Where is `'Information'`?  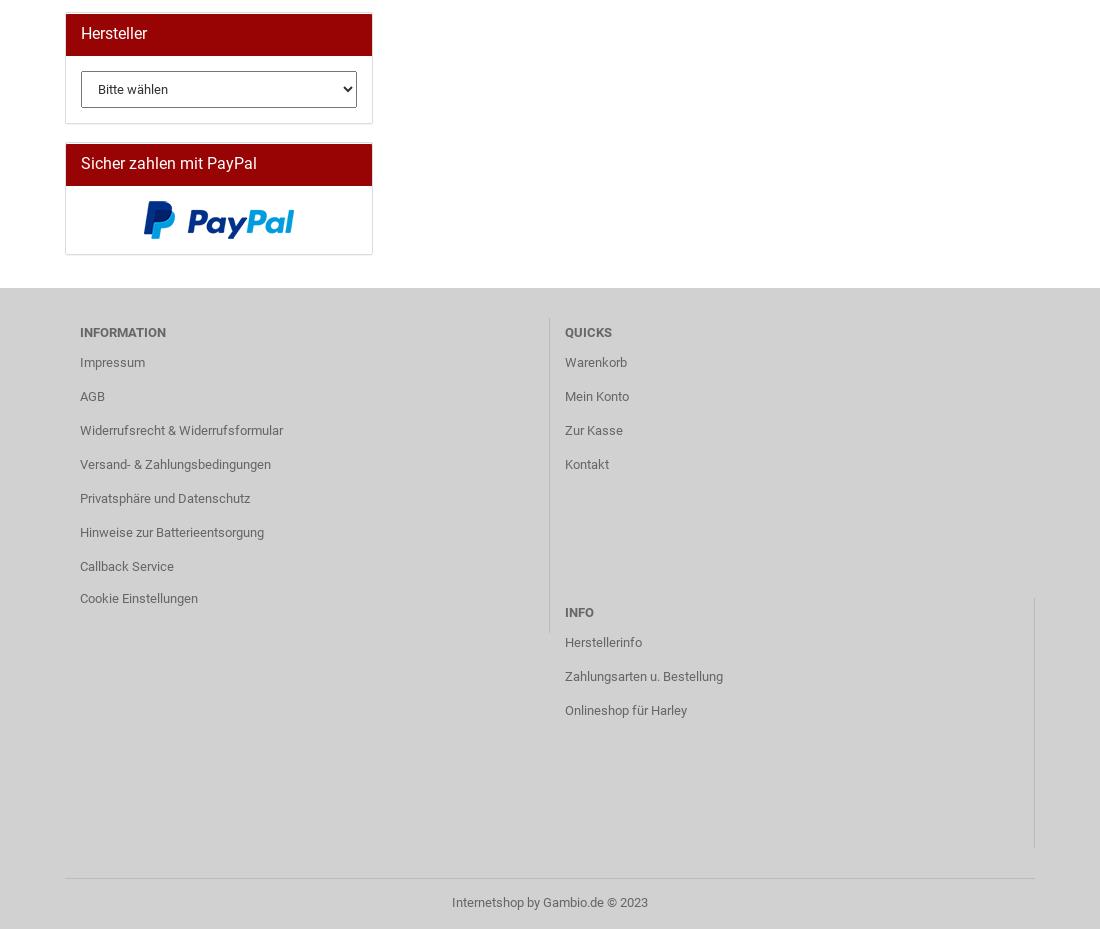 'Information' is located at coordinates (122, 332).